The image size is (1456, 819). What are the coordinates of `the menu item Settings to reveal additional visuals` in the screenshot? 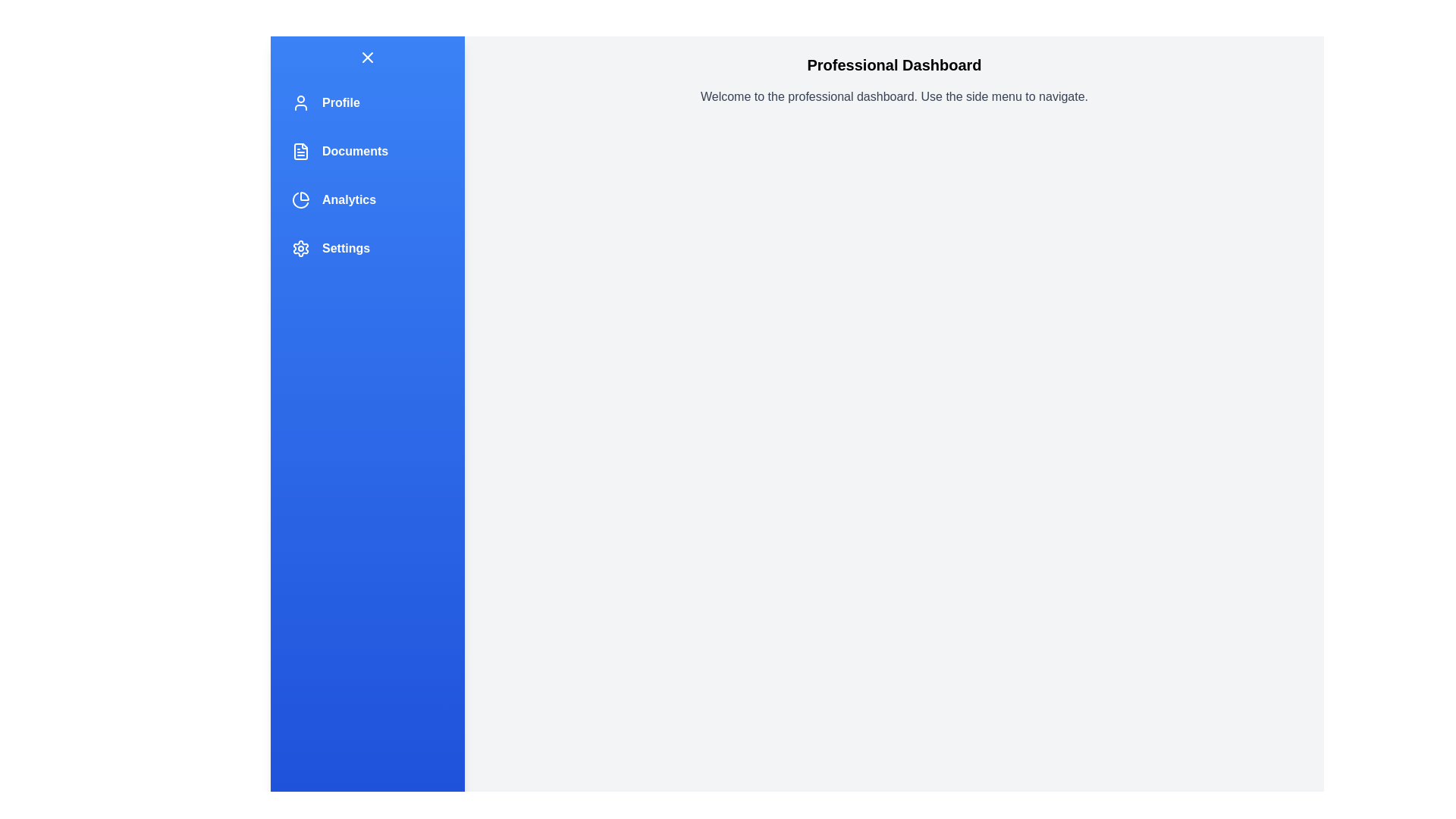 It's located at (367, 247).